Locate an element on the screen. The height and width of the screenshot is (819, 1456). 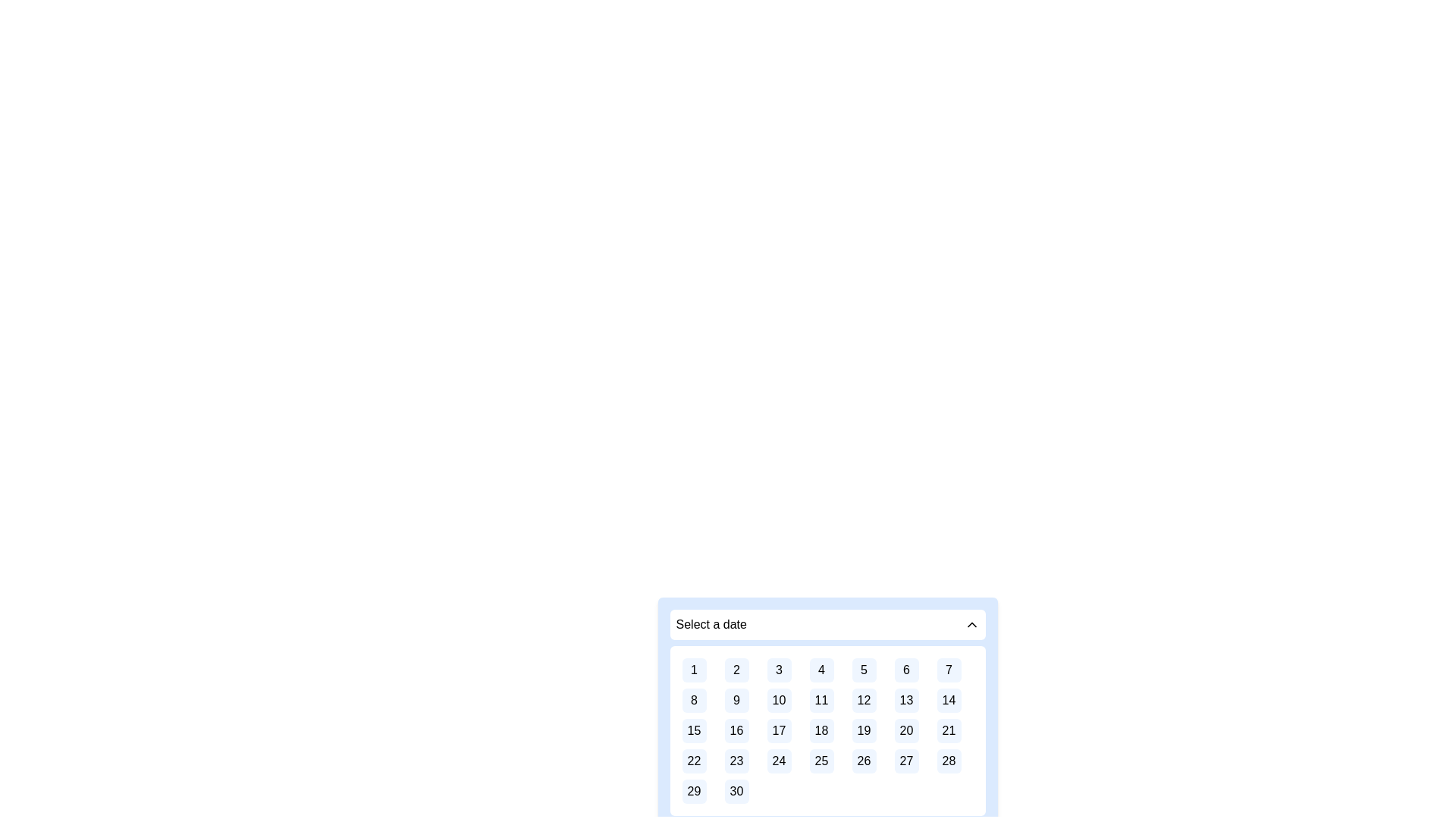
the small, square button with rounded corners and a light blue background featuring a black numeral '4' is located at coordinates (821, 669).